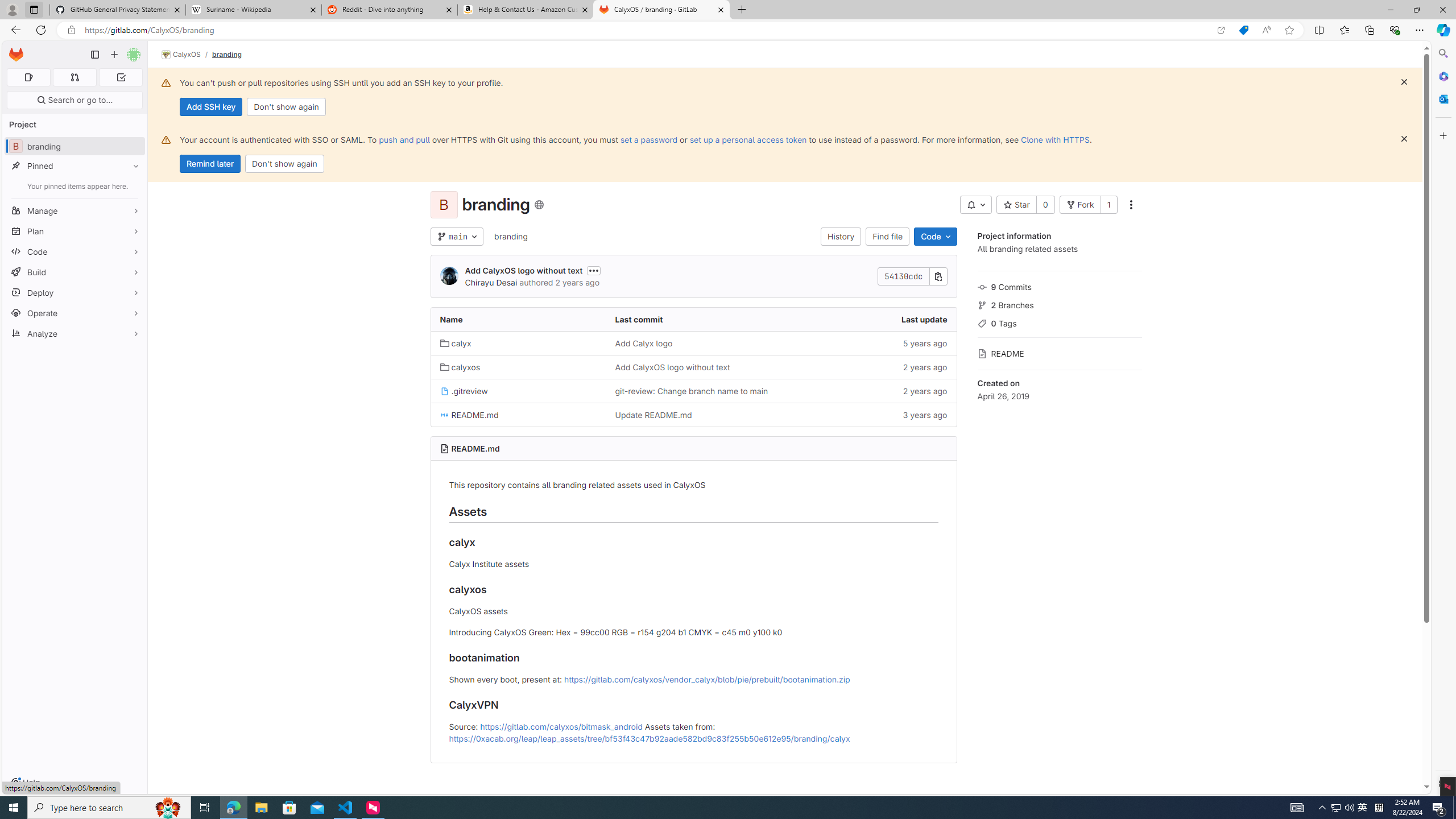  I want to click on '2 Branches', so click(1059, 303).